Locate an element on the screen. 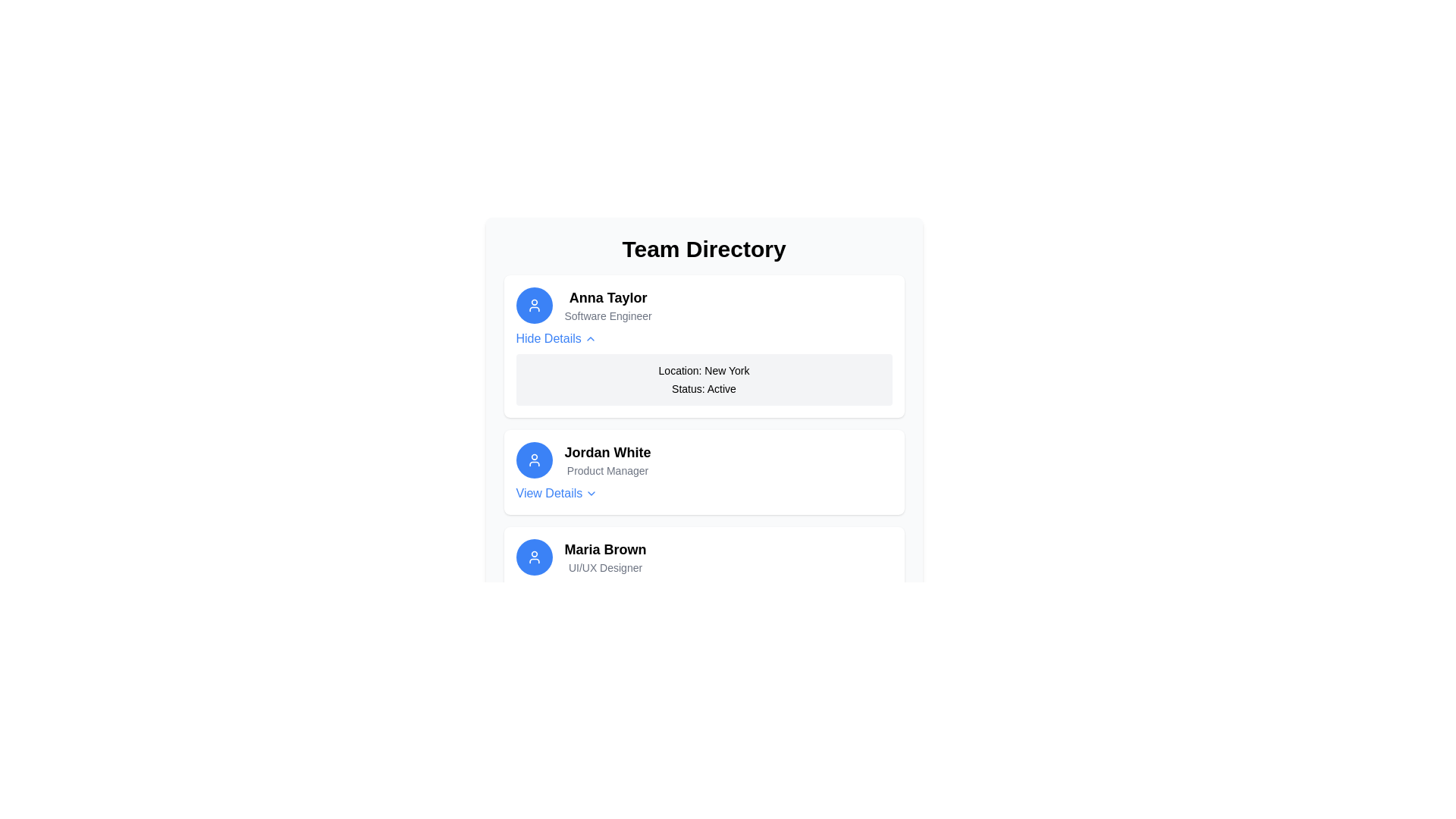 This screenshot has width=1456, height=819. the downward-facing chevron icon (SVG graphic) located to the right of the 'View Details' text in the team directory for Jordan White is located at coordinates (591, 494).